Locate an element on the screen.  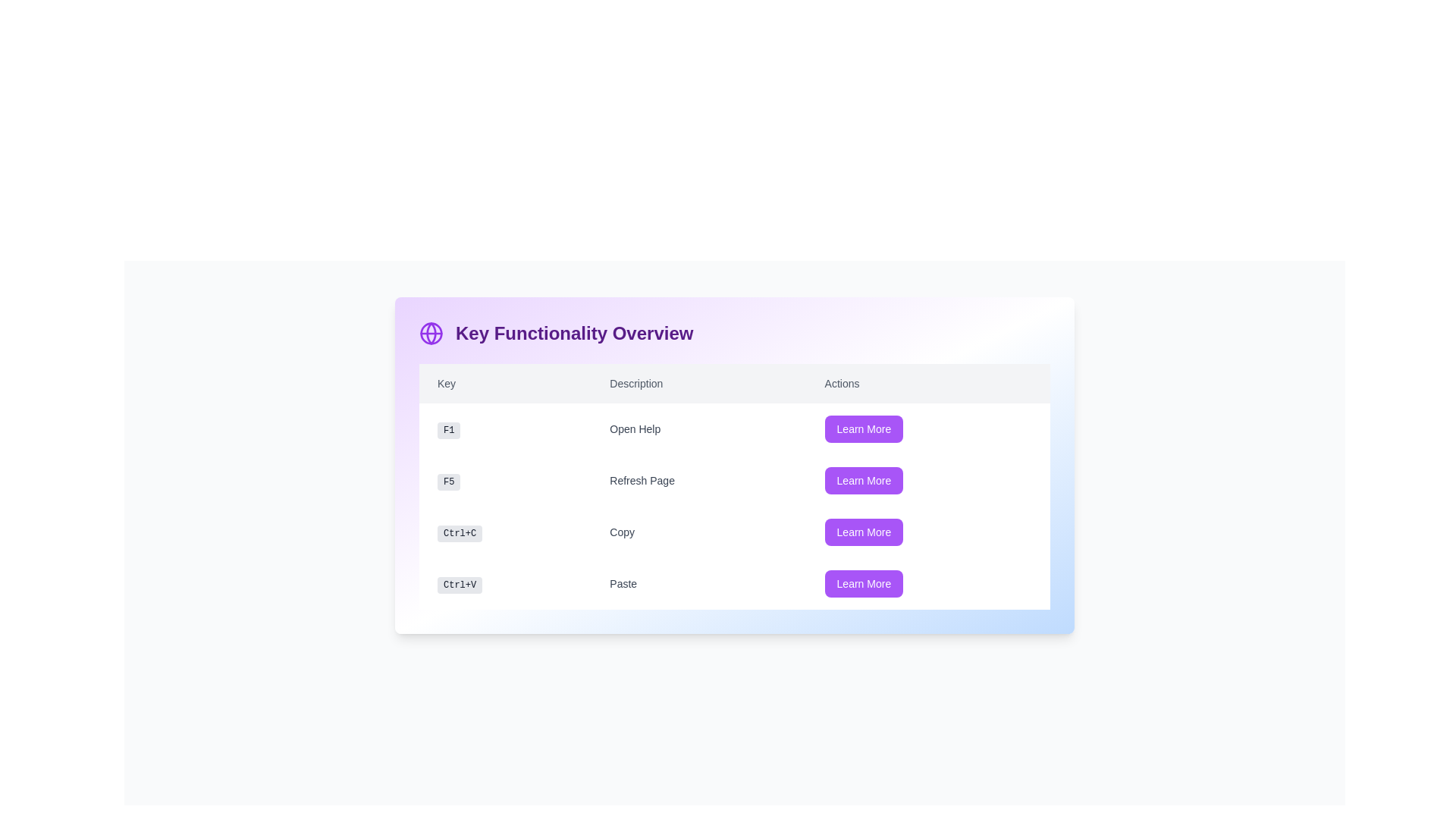
the first row is located at coordinates (735, 429).